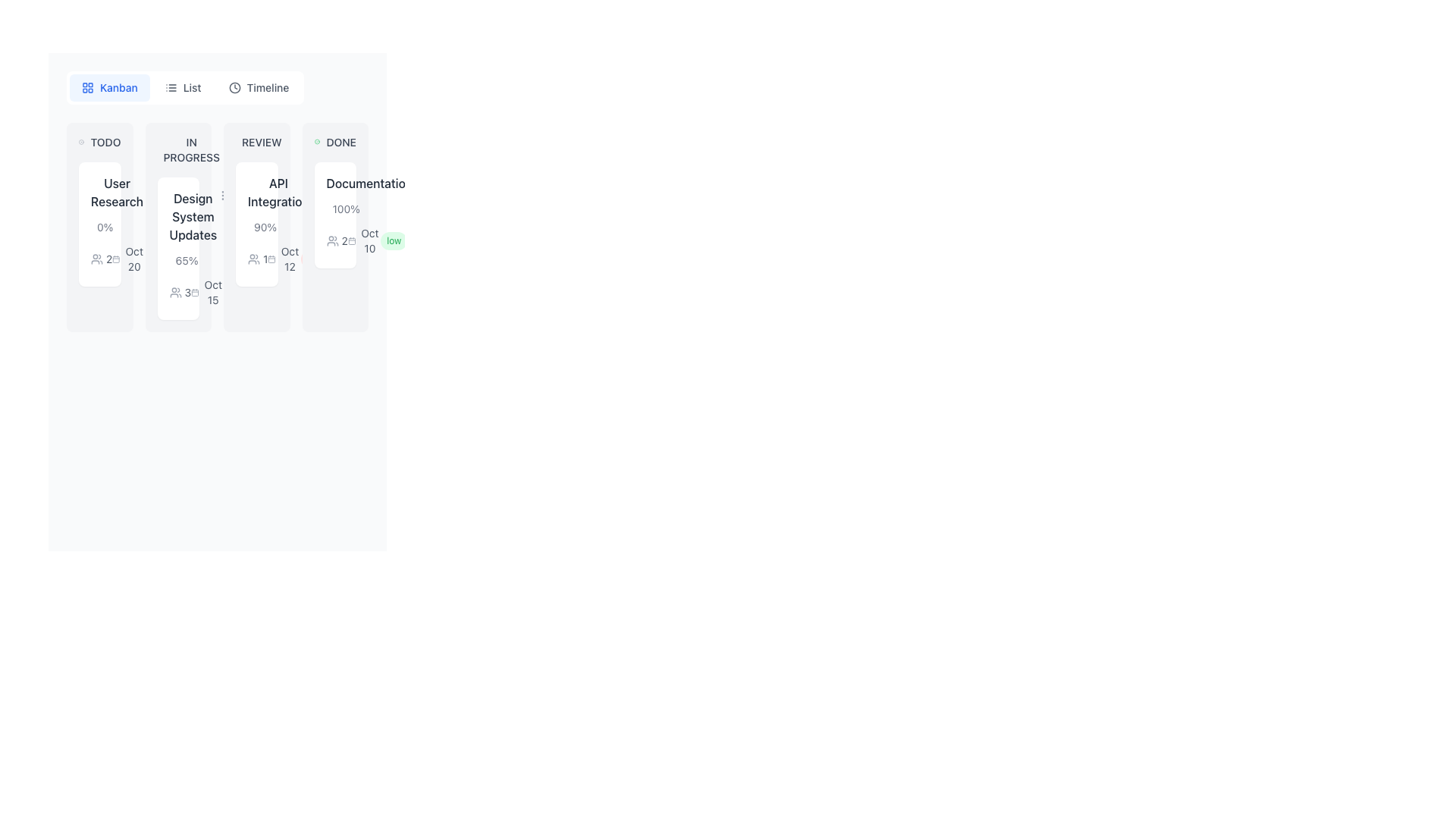  I want to click on numeric indicator on the user icon located at the top-left corner of the 'API Integration' card in the 'REVIEW' column of the kanban board interface, so click(258, 259).